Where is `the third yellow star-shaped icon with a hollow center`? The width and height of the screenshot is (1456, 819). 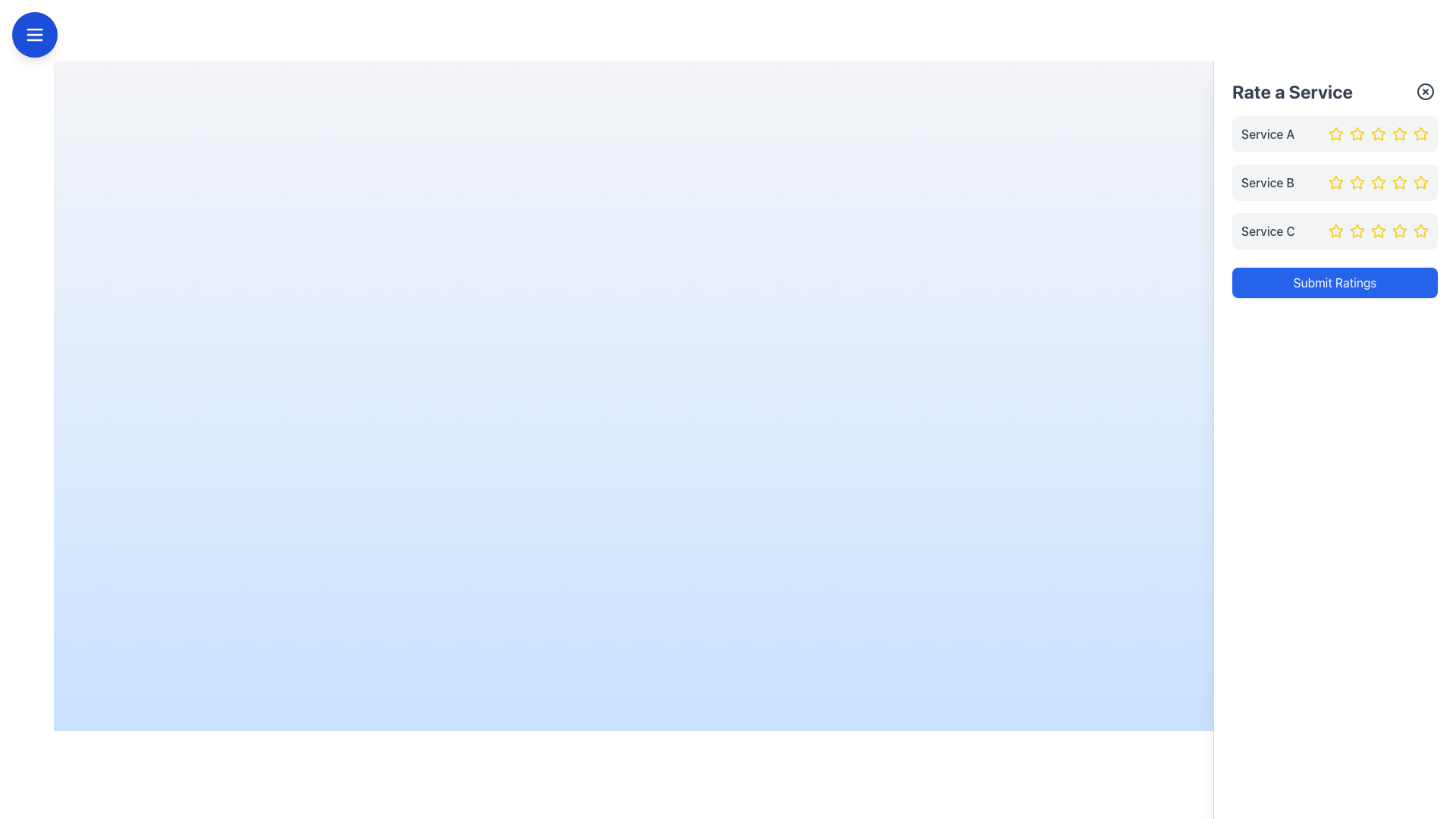
the third yellow star-shaped icon with a hollow center is located at coordinates (1398, 180).